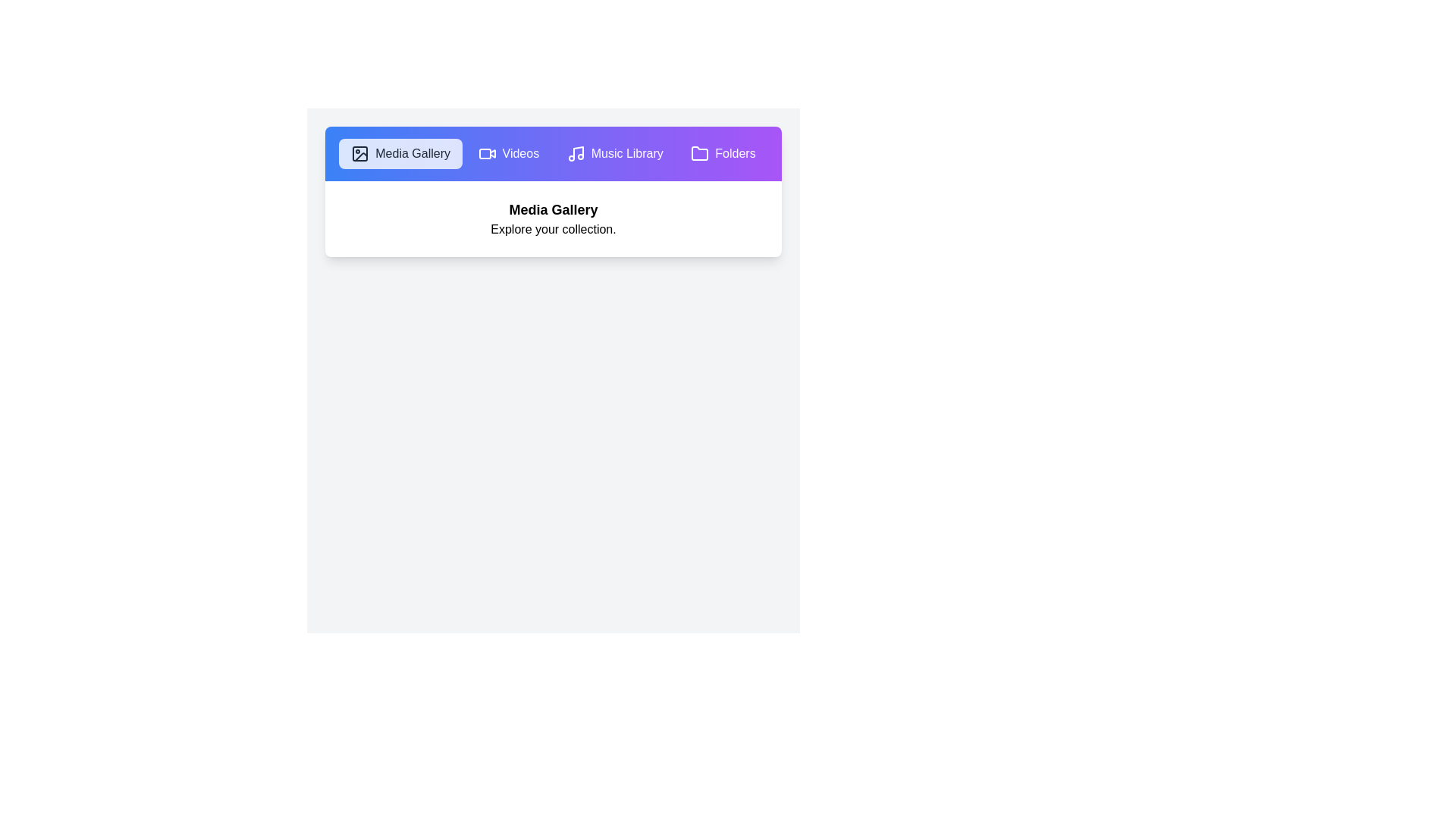 This screenshot has height=819, width=1456. Describe the element at coordinates (575, 154) in the screenshot. I see `the musical note icon in the navigation bar labeled 'Music Library'` at that location.